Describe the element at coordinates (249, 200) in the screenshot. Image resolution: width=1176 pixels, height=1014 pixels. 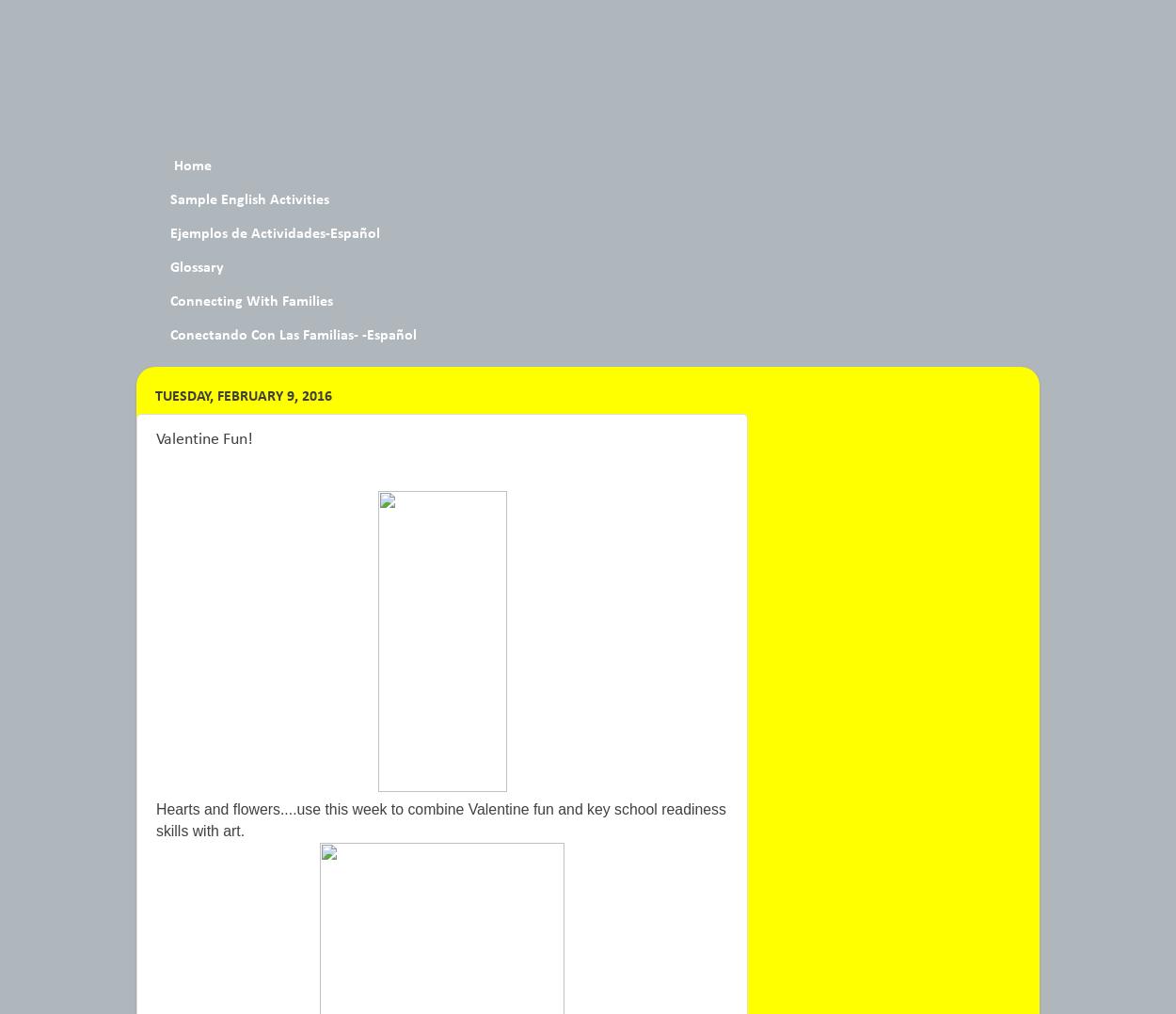
I see `'Sample English Activities'` at that location.